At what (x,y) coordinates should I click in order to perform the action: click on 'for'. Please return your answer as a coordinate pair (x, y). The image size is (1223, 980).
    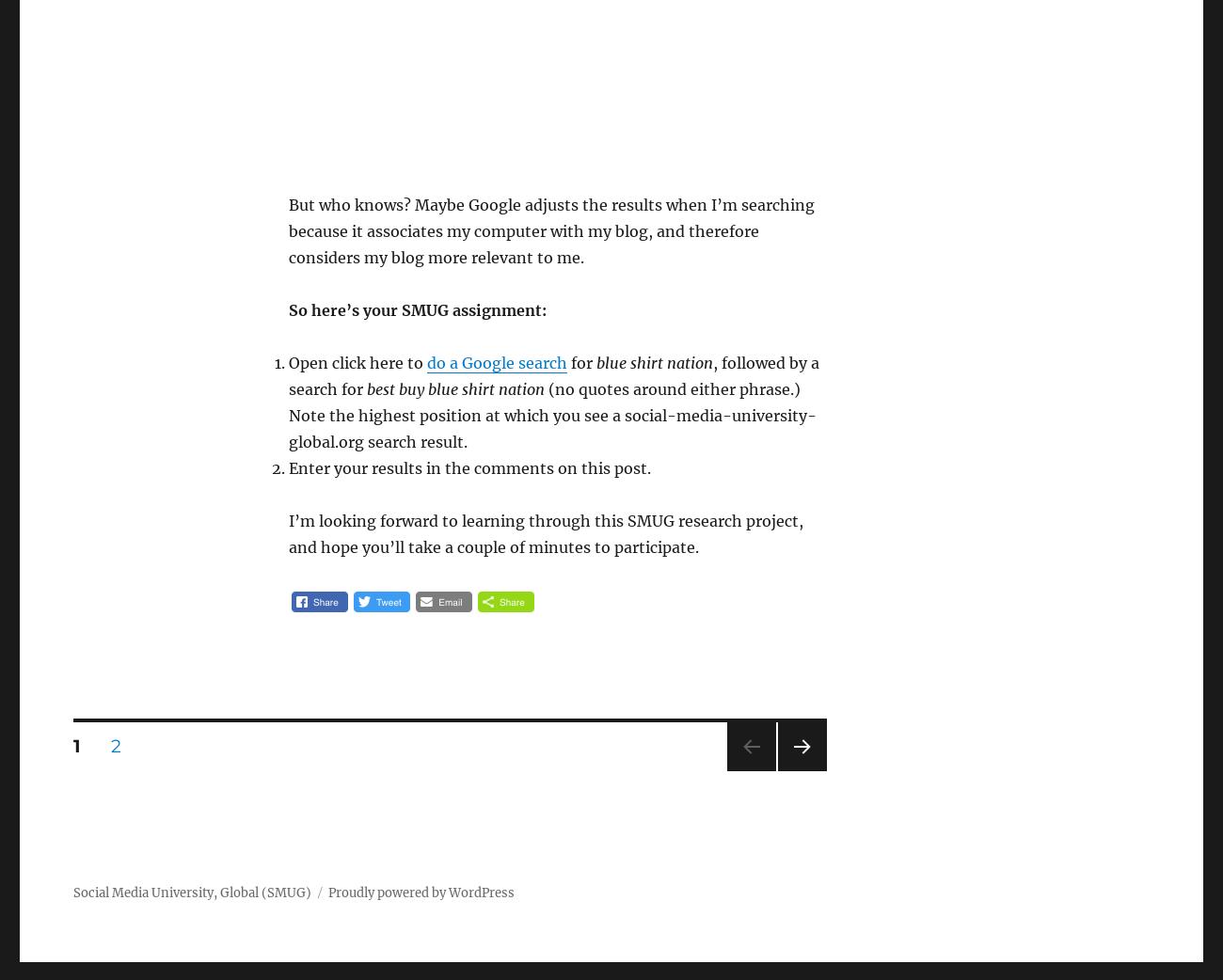
    Looking at the image, I should click on (566, 361).